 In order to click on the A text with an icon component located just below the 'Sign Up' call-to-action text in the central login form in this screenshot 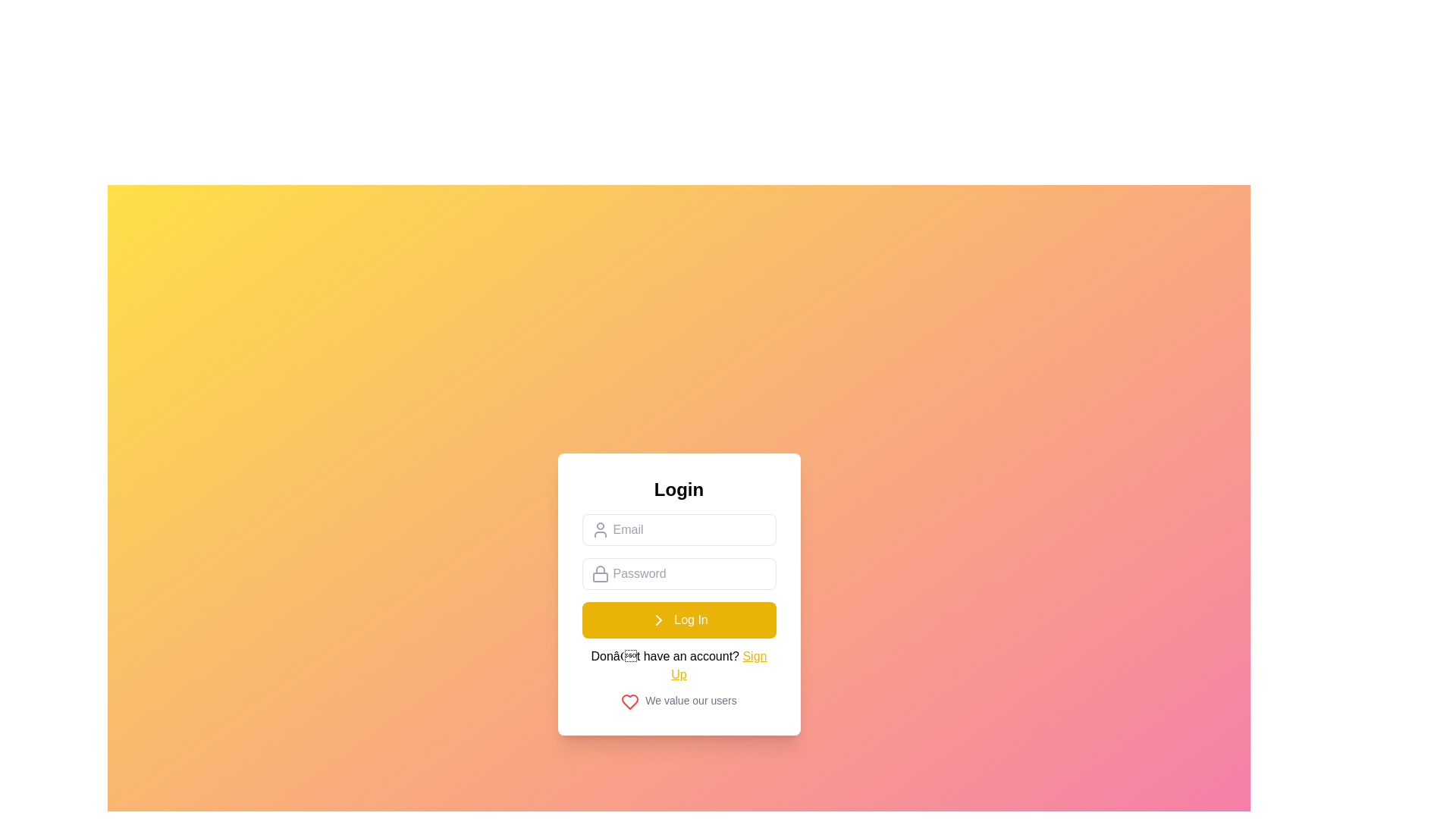, I will do `click(678, 701)`.